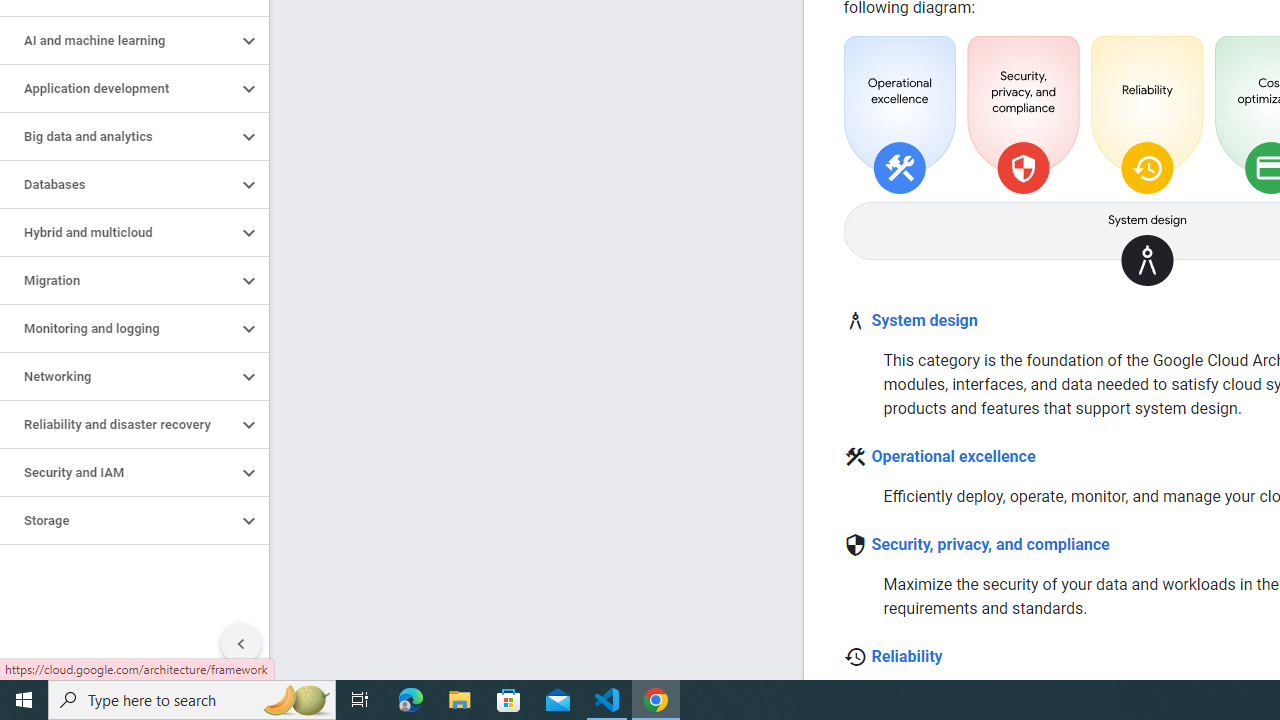  Describe the element at coordinates (117, 328) in the screenshot. I see `'Monitoring and logging'` at that location.